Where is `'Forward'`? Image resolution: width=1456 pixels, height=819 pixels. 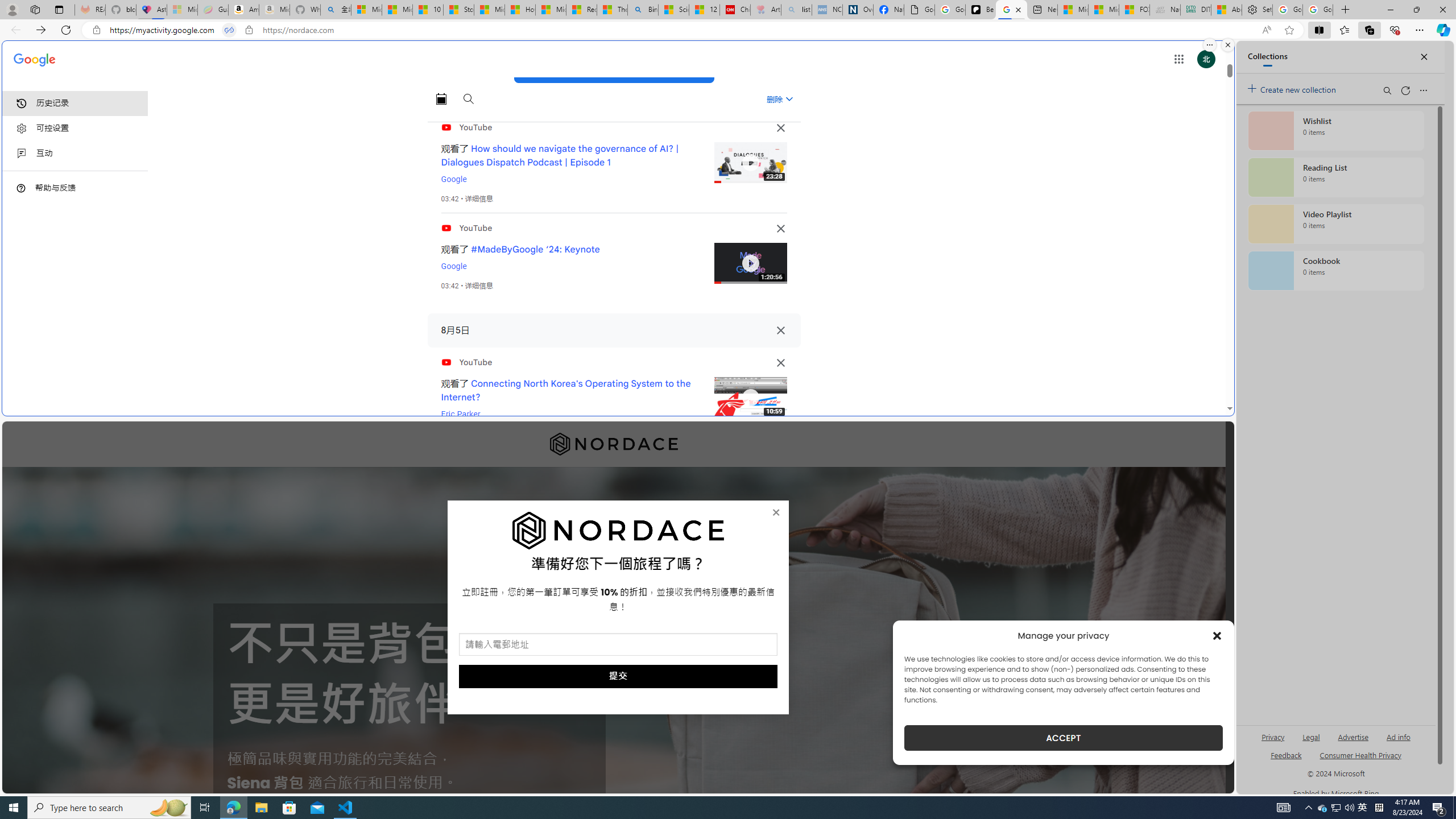
'Forward' is located at coordinates (40, 29).